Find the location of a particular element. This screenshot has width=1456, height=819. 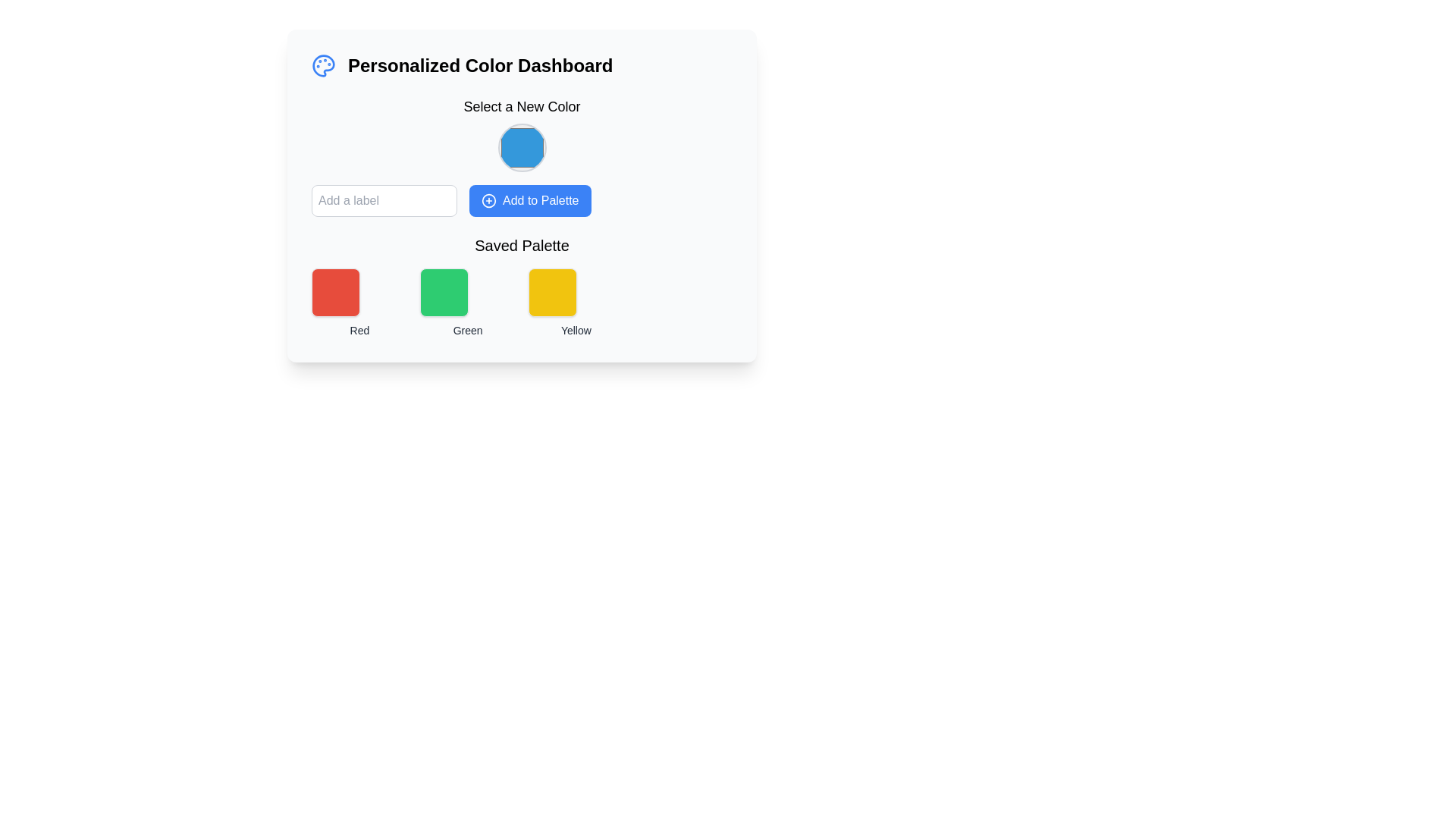

the 'Add to Palette' button, which has a blue background and white text, positioned to the right of the 'Add a label' input field is located at coordinates (522, 200).